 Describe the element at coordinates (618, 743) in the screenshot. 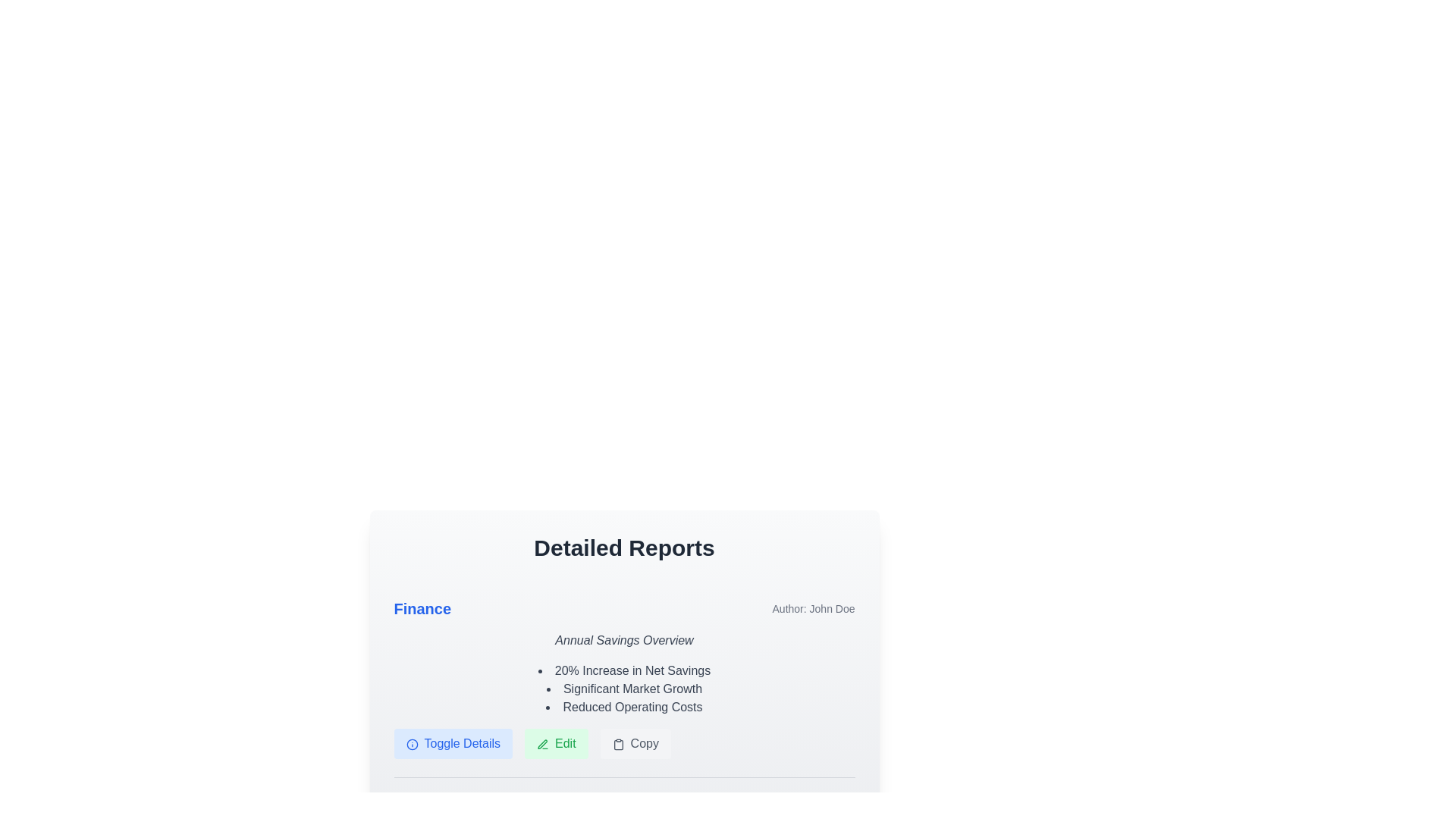

I see `the copy icon located at the bottom right corner of the 'Detailed Reports' UI card, which visually enhances the functionality of the 'Copy' button` at that location.